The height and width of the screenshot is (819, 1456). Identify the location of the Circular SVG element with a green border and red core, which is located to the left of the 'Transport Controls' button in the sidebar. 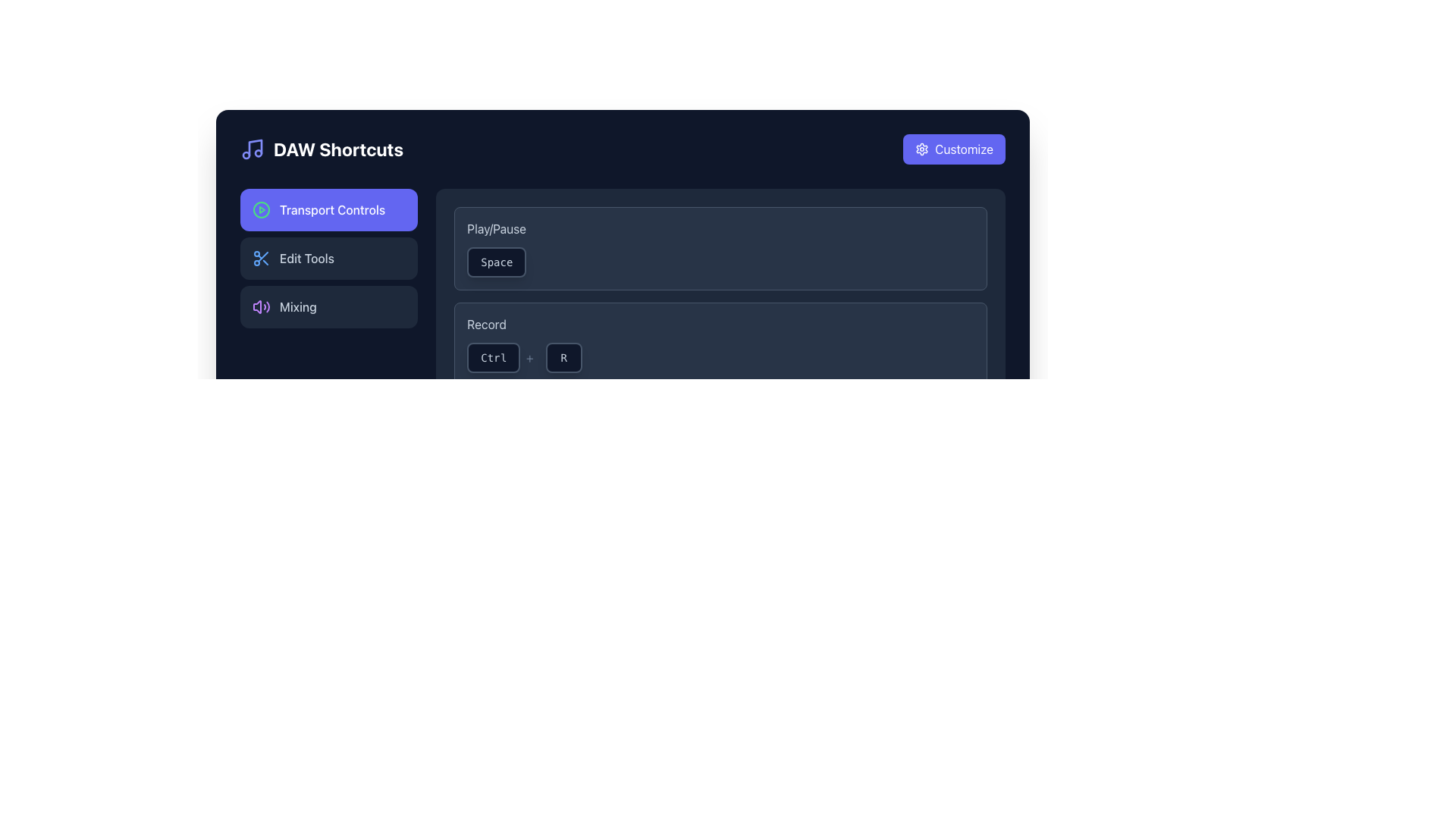
(262, 210).